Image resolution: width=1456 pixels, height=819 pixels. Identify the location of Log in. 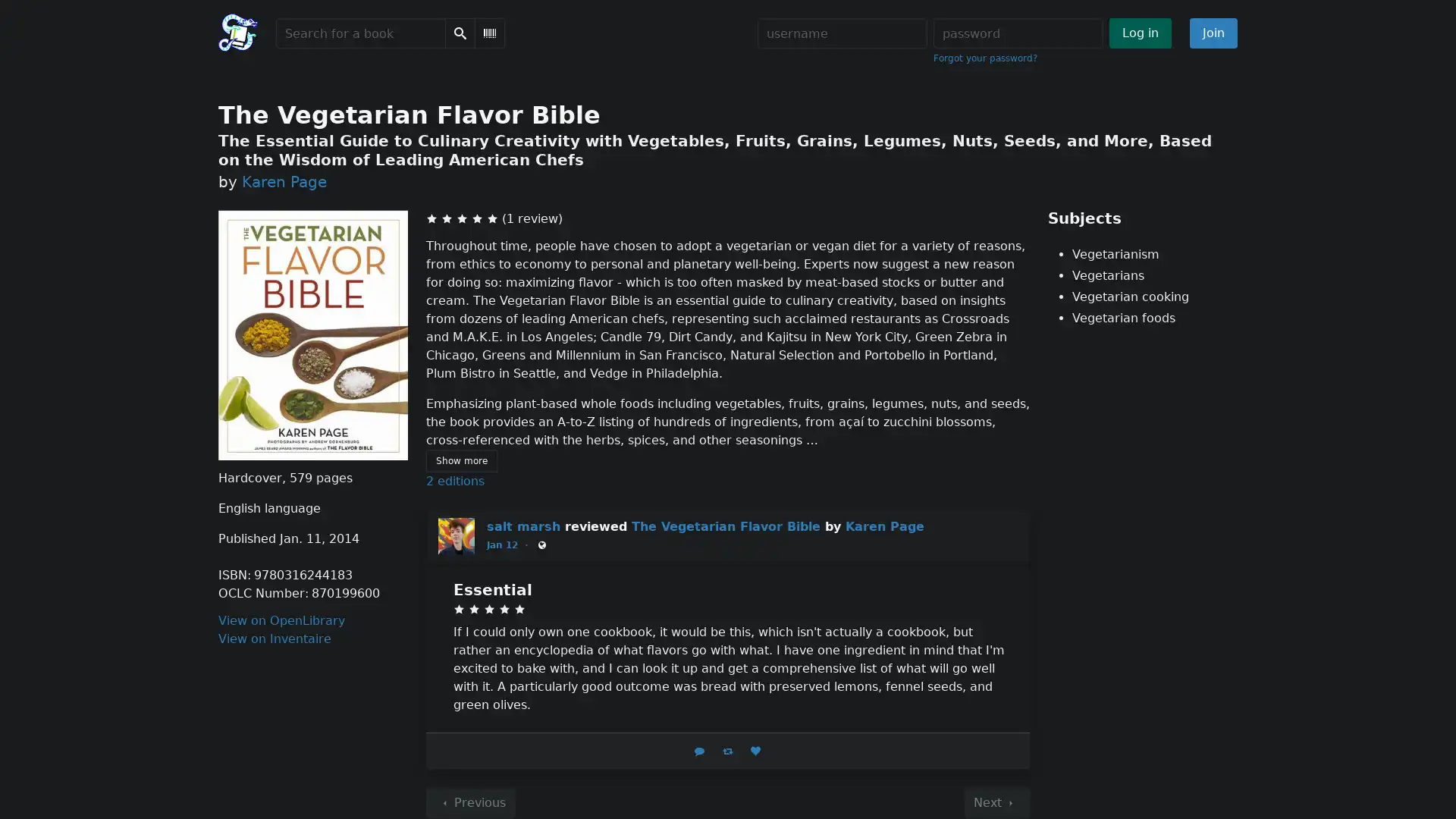
(1140, 33).